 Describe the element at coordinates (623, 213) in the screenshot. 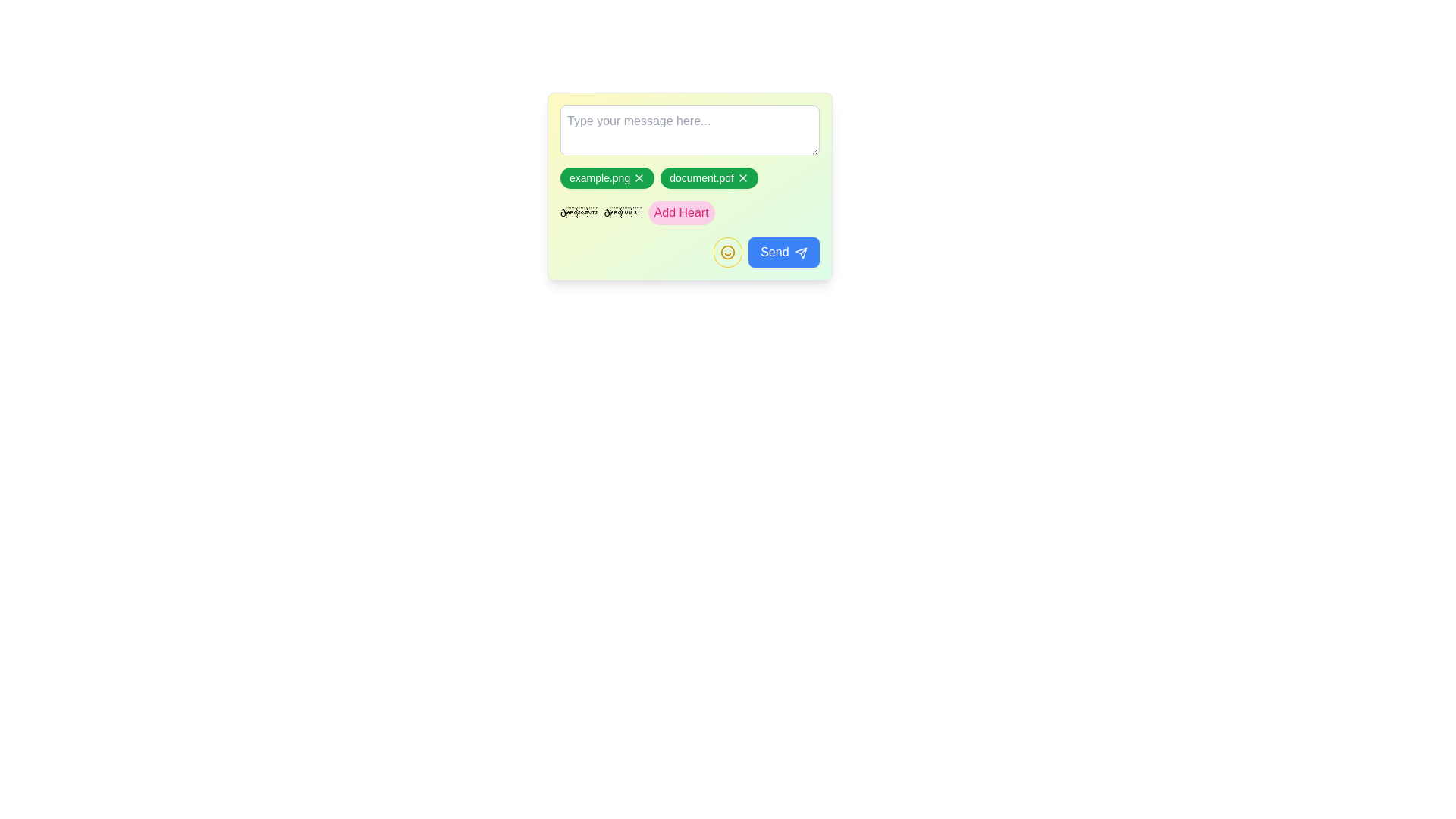

I see `the thumbs-up icon, which is the second element in a horizontal alignment of icons, positioned between a smiling emoji and an 'Add Heart' button` at that location.